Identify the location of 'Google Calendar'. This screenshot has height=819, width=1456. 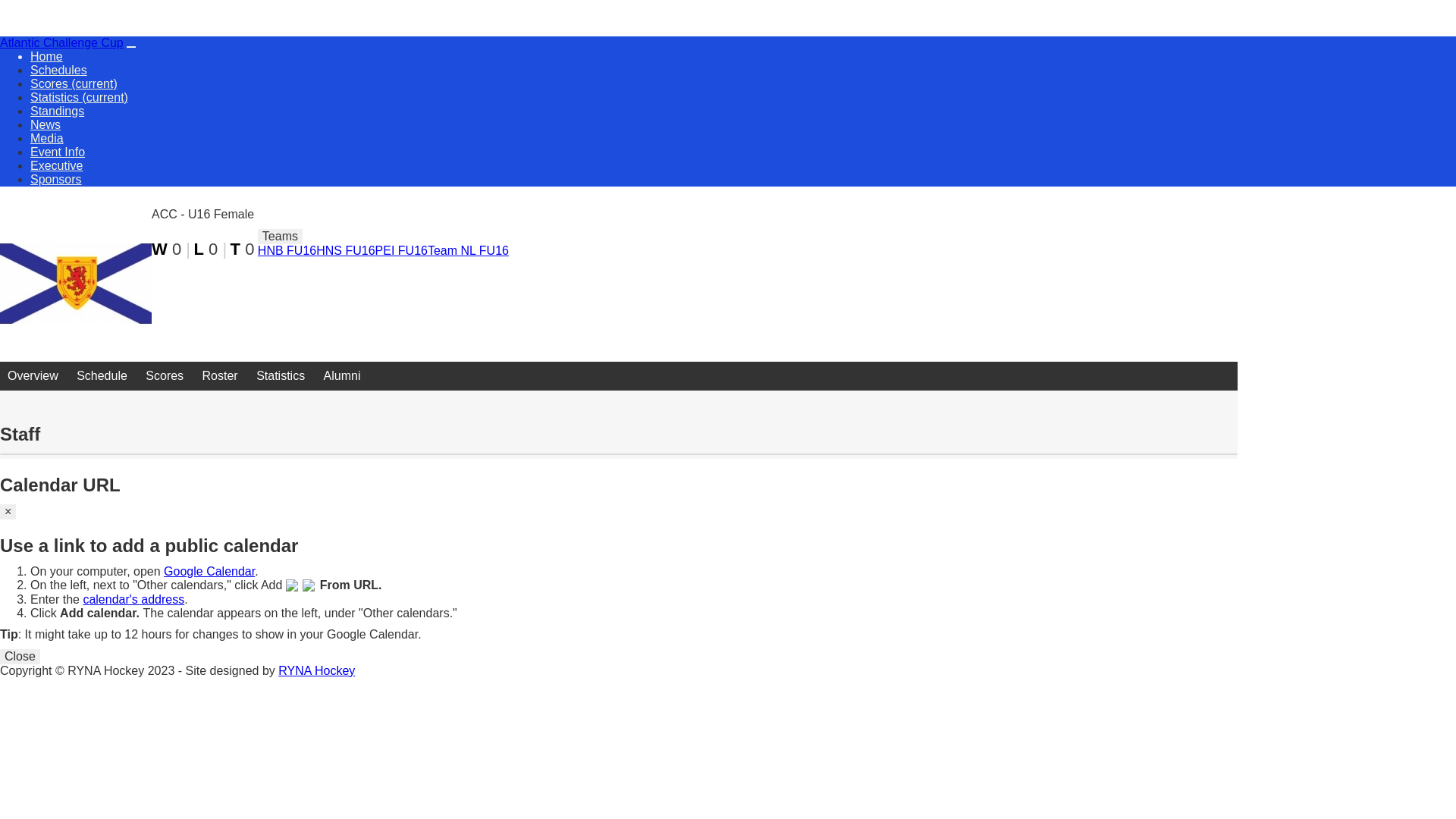
(208, 571).